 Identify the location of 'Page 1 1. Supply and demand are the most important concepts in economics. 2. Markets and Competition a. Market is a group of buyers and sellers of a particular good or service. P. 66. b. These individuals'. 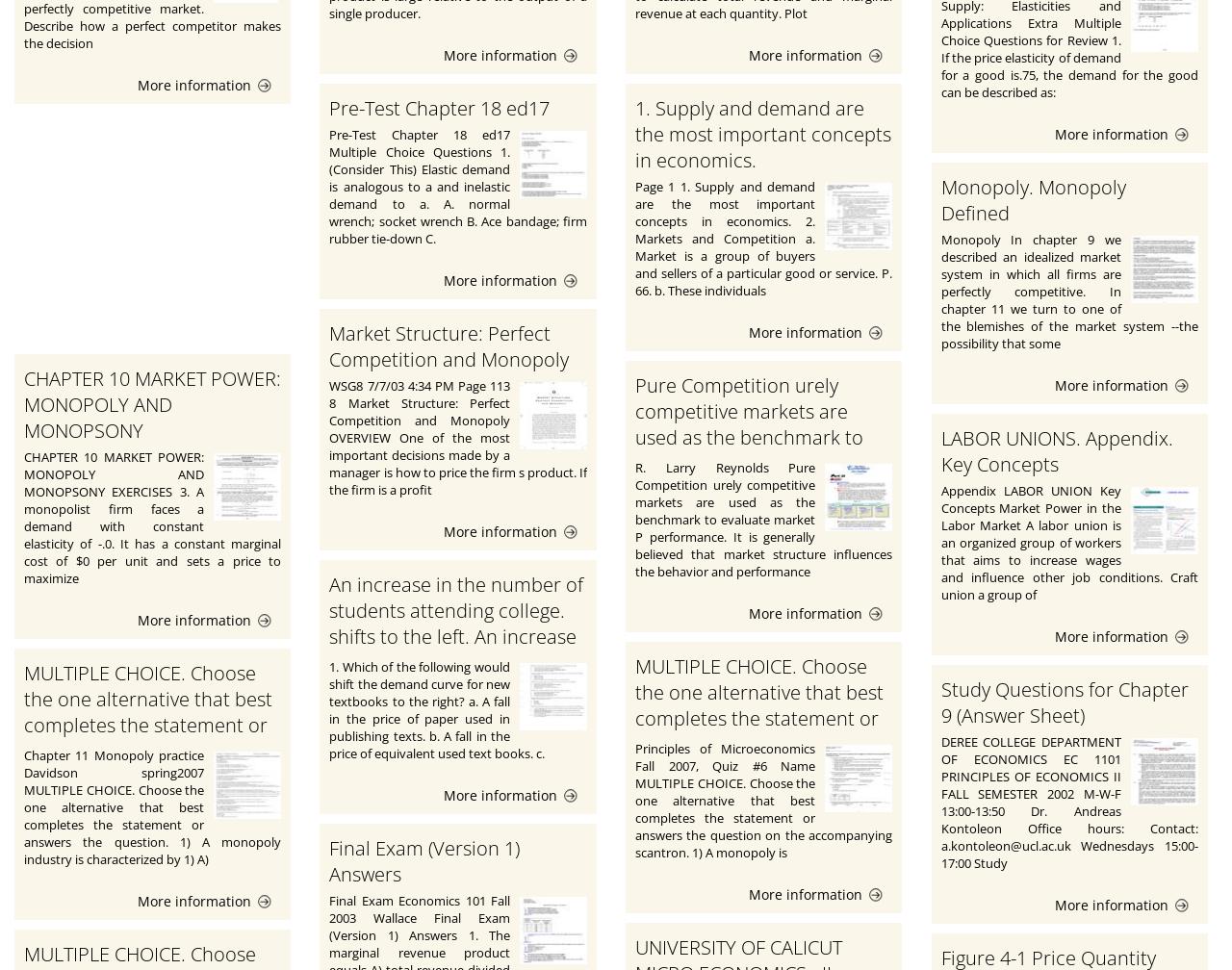
(761, 238).